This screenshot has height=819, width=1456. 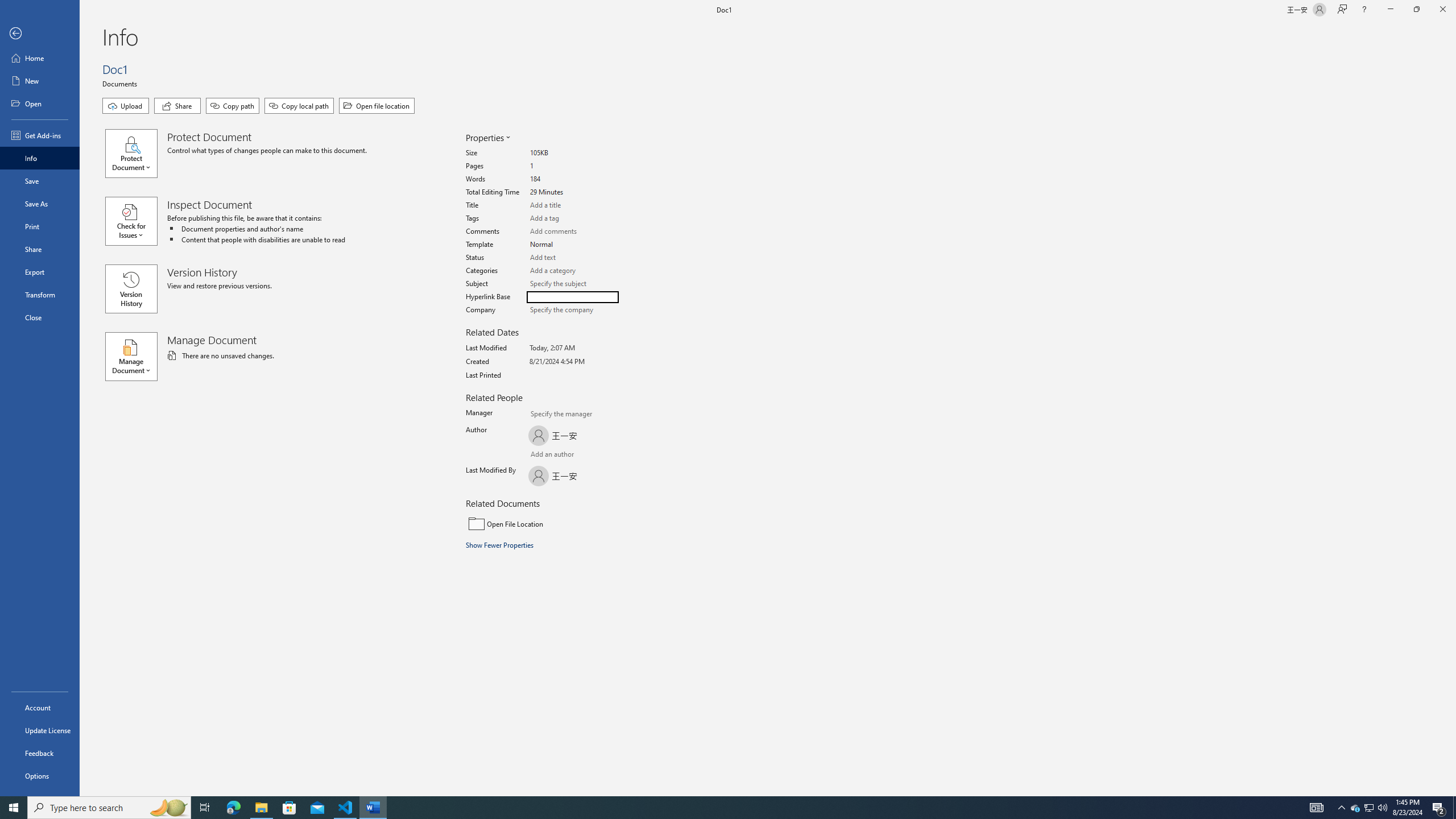 What do you see at coordinates (572, 153) in the screenshot?
I see `'Size'` at bounding box center [572, 153].